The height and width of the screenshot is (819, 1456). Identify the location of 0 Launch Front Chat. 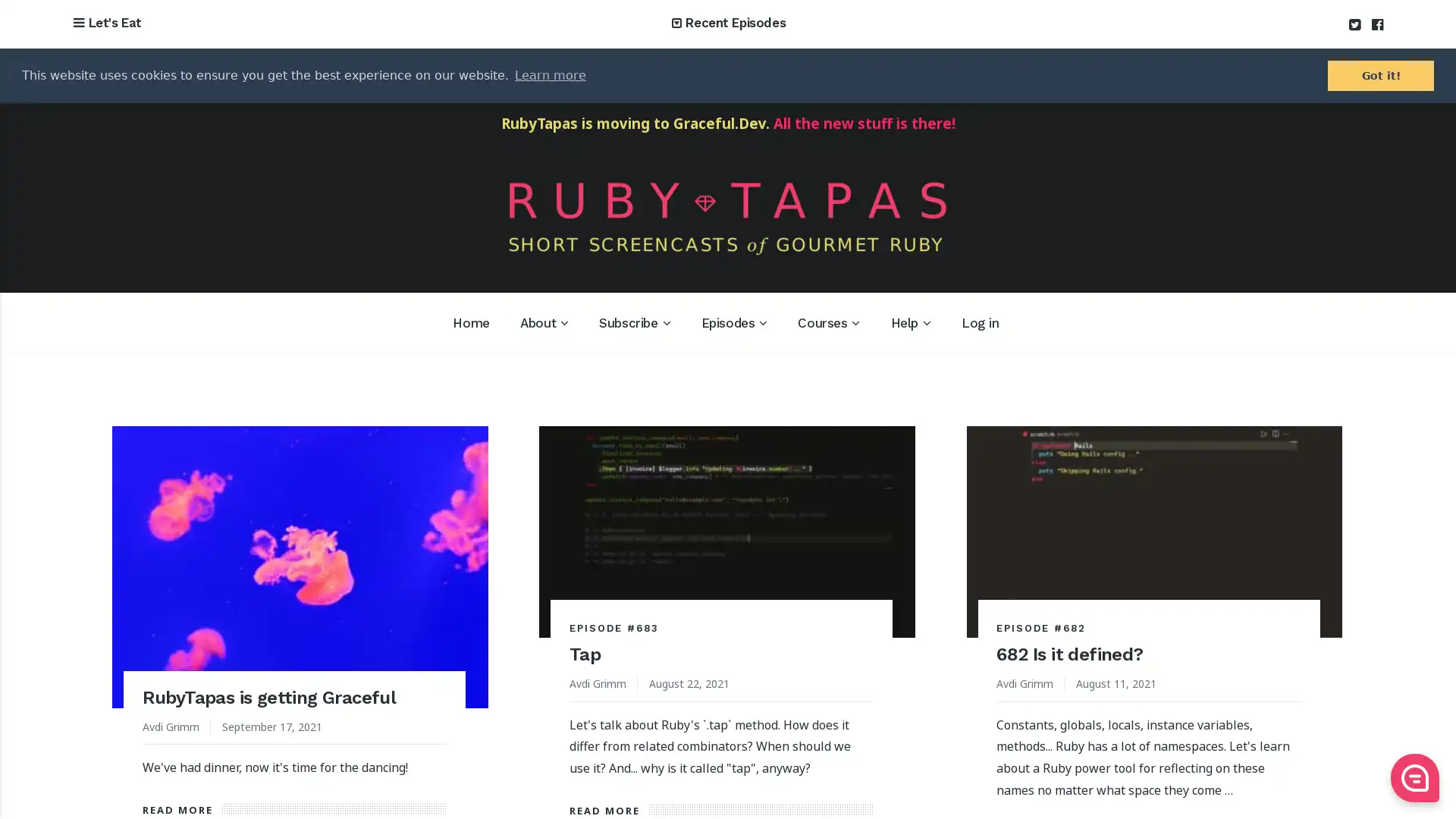
(1414, 778).